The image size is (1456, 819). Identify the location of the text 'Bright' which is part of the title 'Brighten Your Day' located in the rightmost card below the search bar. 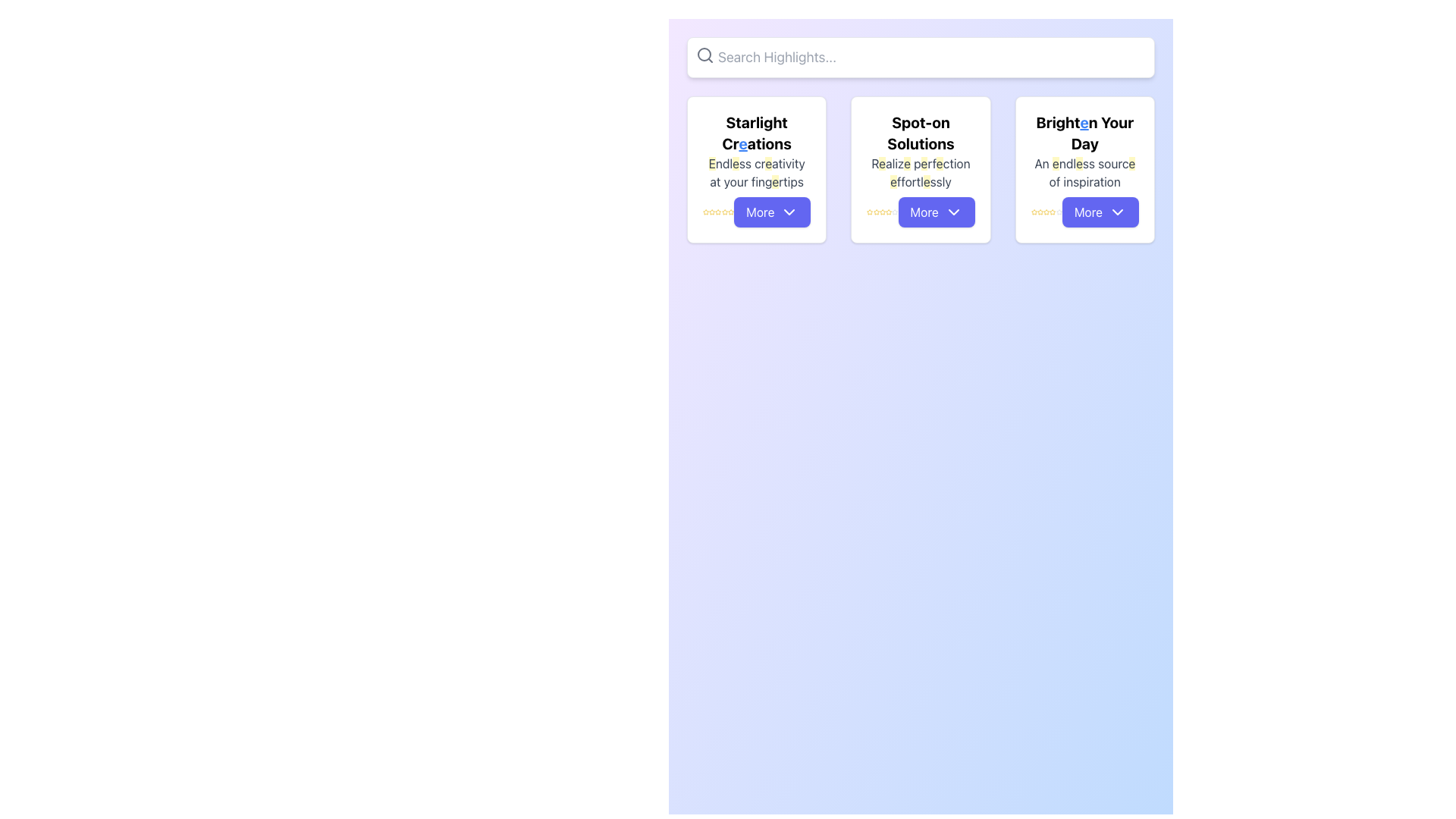
(1057, 121).